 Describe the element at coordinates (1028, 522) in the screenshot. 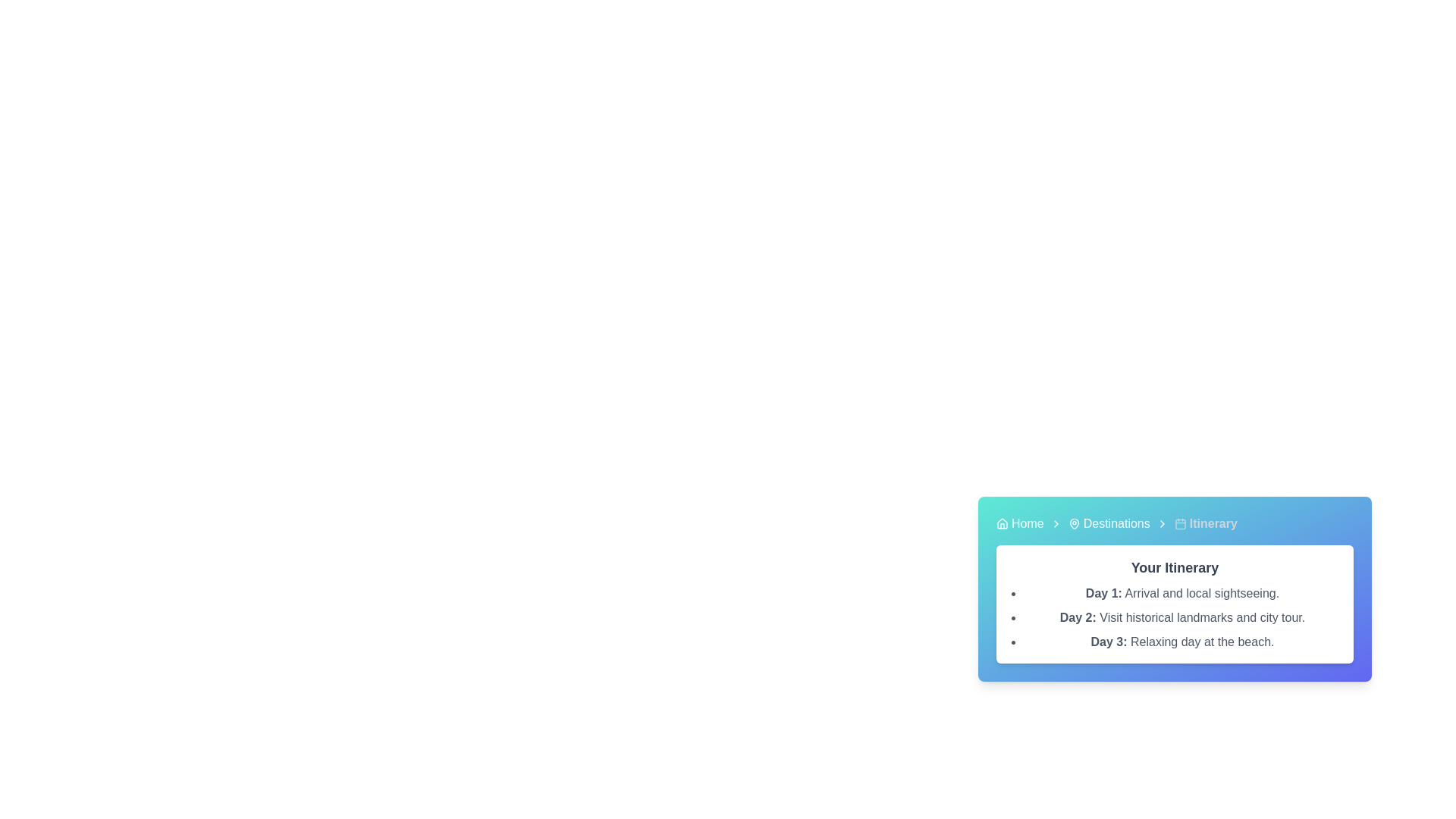

I see `the 'Home' hyperlink in the breadcrumb navigation` at that location.